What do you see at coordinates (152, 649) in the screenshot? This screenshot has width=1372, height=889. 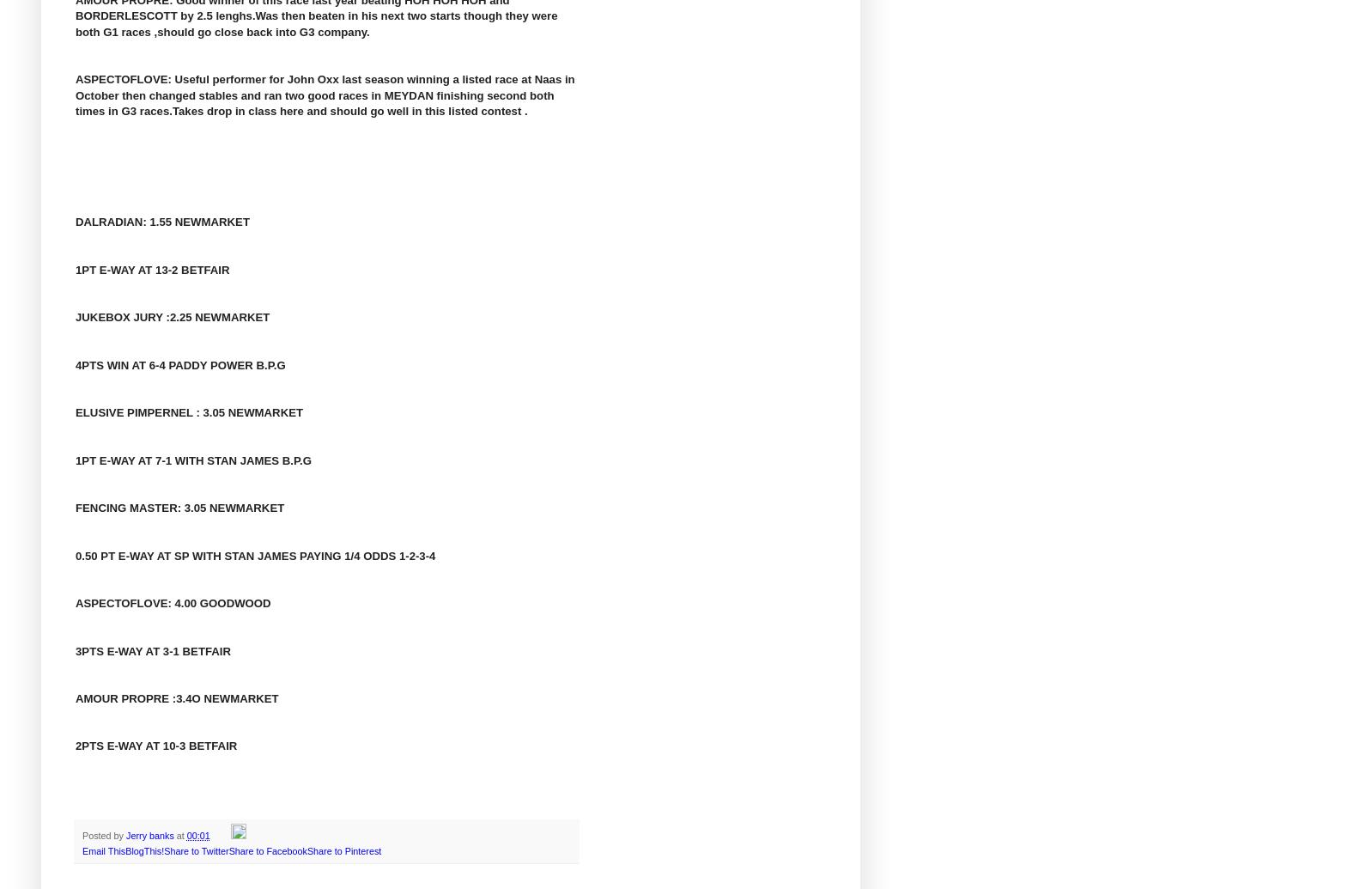 I see `'3PTS E-WAY AT 3-1 BETFAIR'` at bounding box center [152, 649].